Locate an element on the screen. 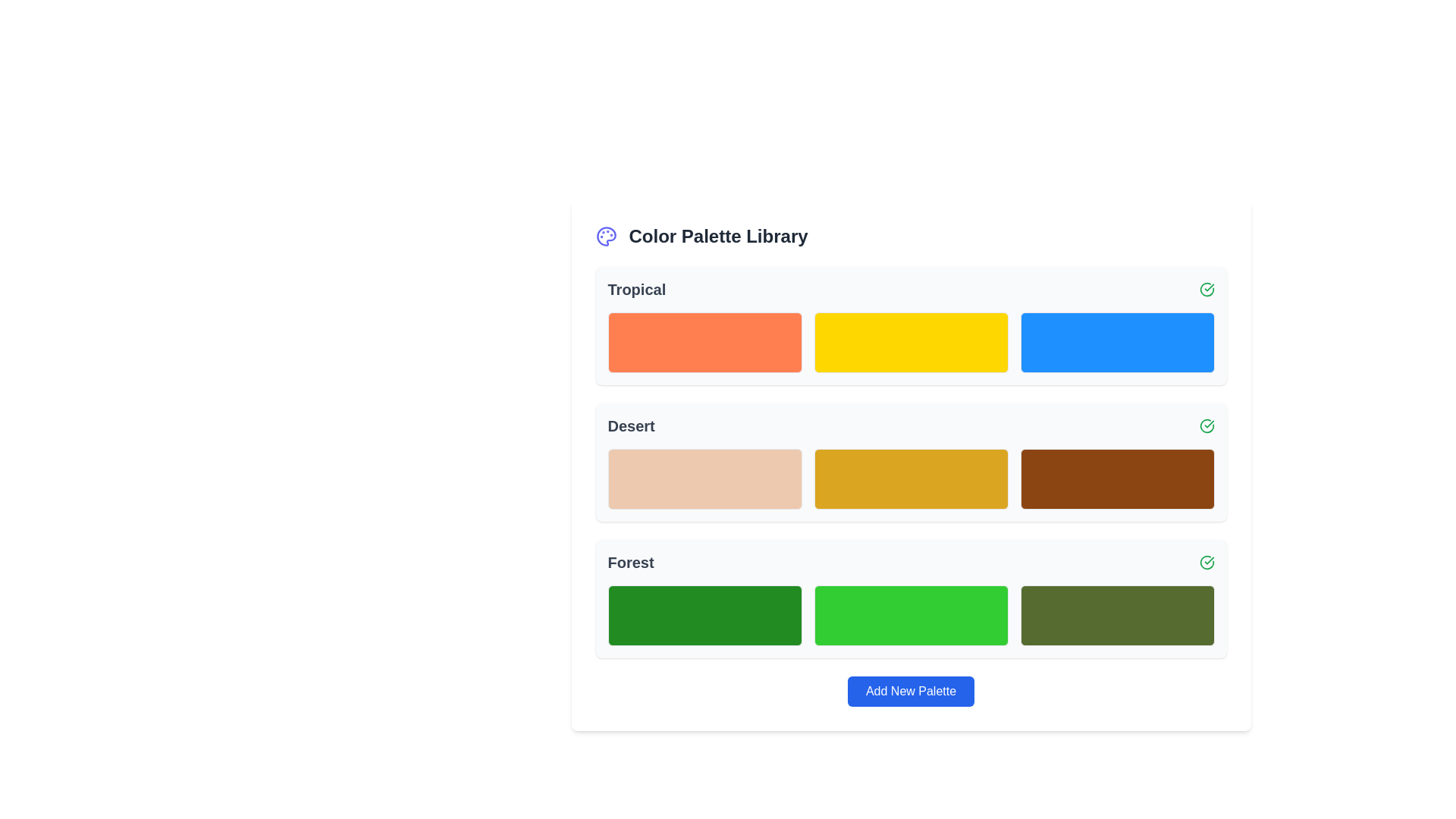 The width and height of the screenshot is (1456, 819). the bright yellow color block with rounded corners located in the Tropical section of the Color Palette Library is located at coordinates (910, 325).